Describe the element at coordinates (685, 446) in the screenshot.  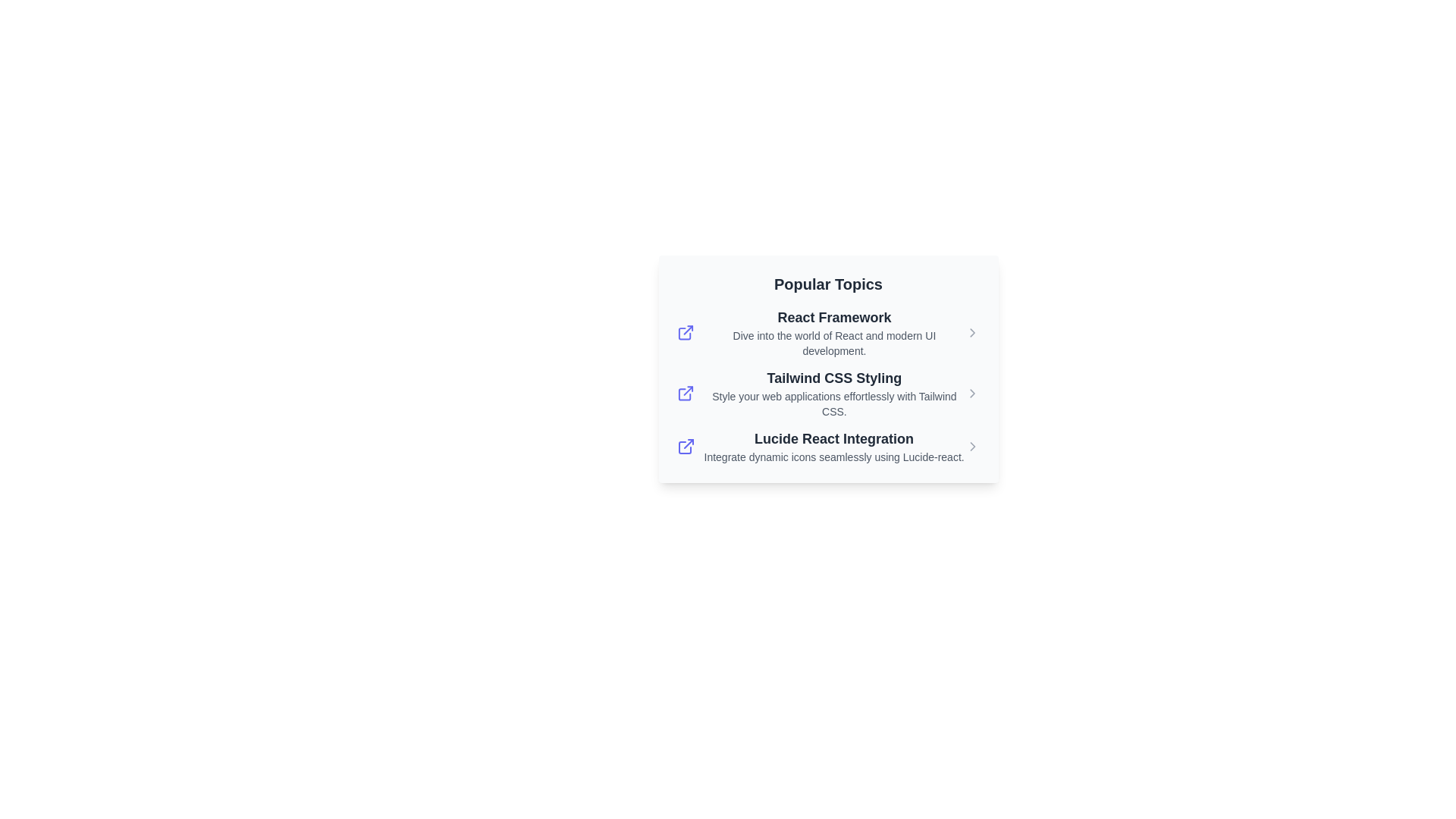
I see `the external resource icon next to the 'Lucide React Integration' text to follow the link` at that location.